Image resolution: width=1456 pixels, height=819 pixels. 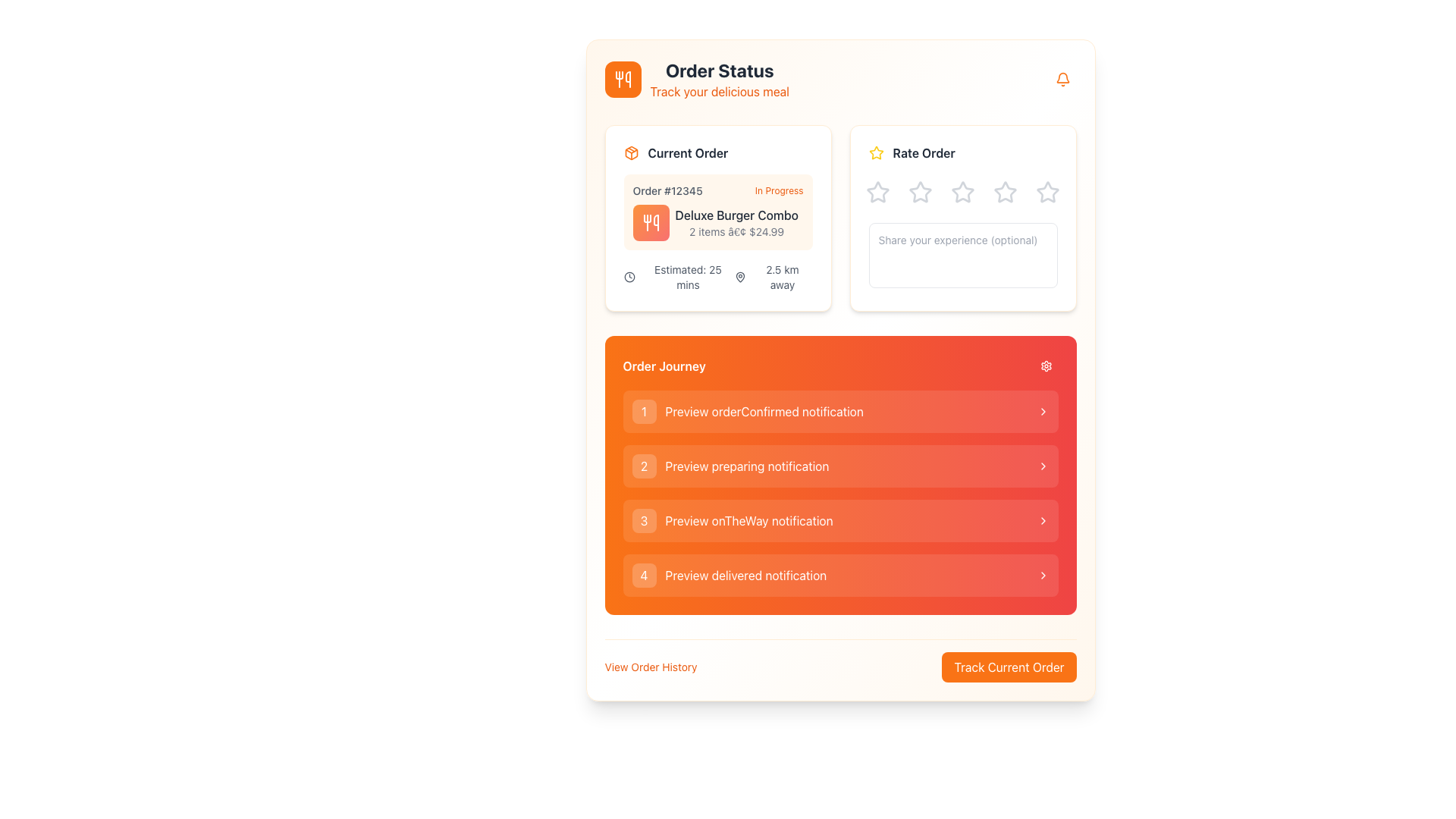 I want to click on graphical icon representing utensils located at the top-left corner of the interface, inside the orange square next to the text 'Order Status', so click(x=628, y=79).